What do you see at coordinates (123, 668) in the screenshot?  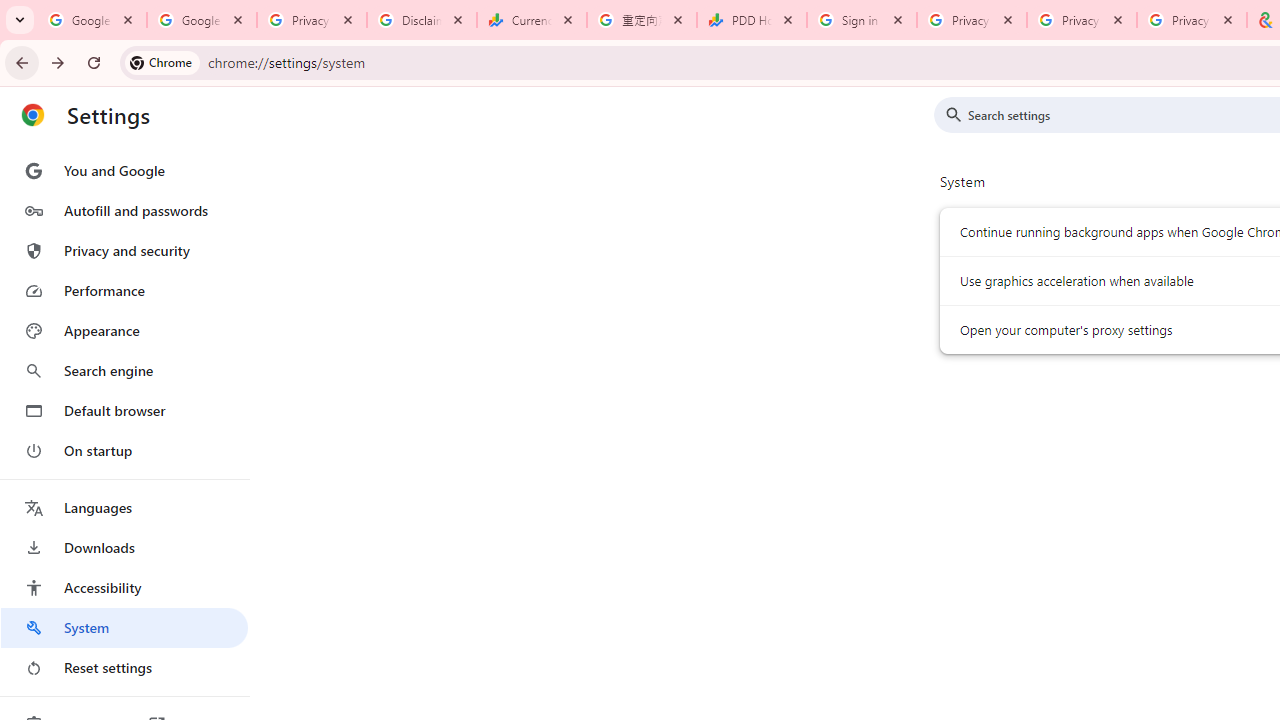 I see `'Reset settings'` at bounding box center [123, 668].